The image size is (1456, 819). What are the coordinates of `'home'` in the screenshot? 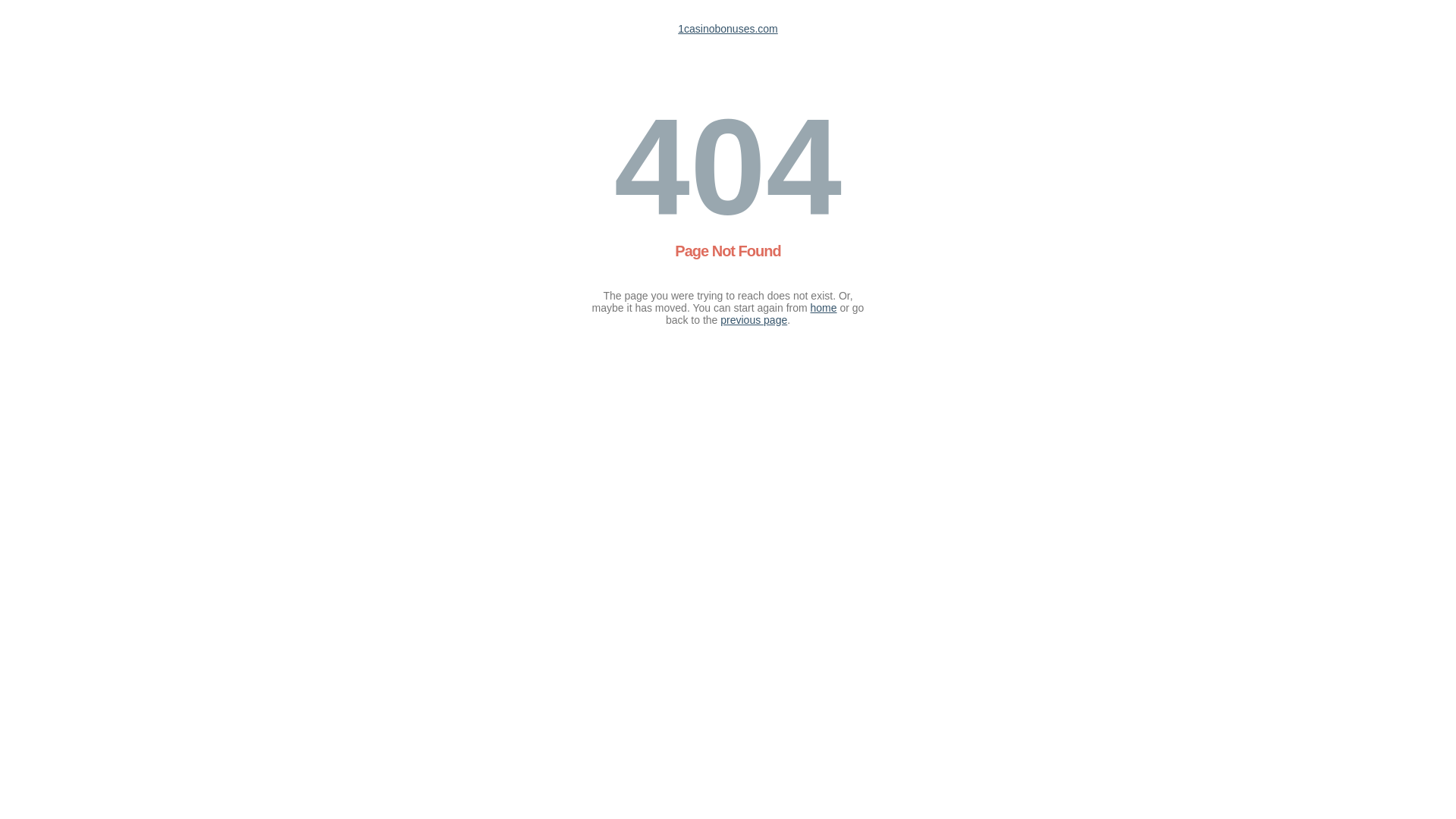 It's located at (810, 307).